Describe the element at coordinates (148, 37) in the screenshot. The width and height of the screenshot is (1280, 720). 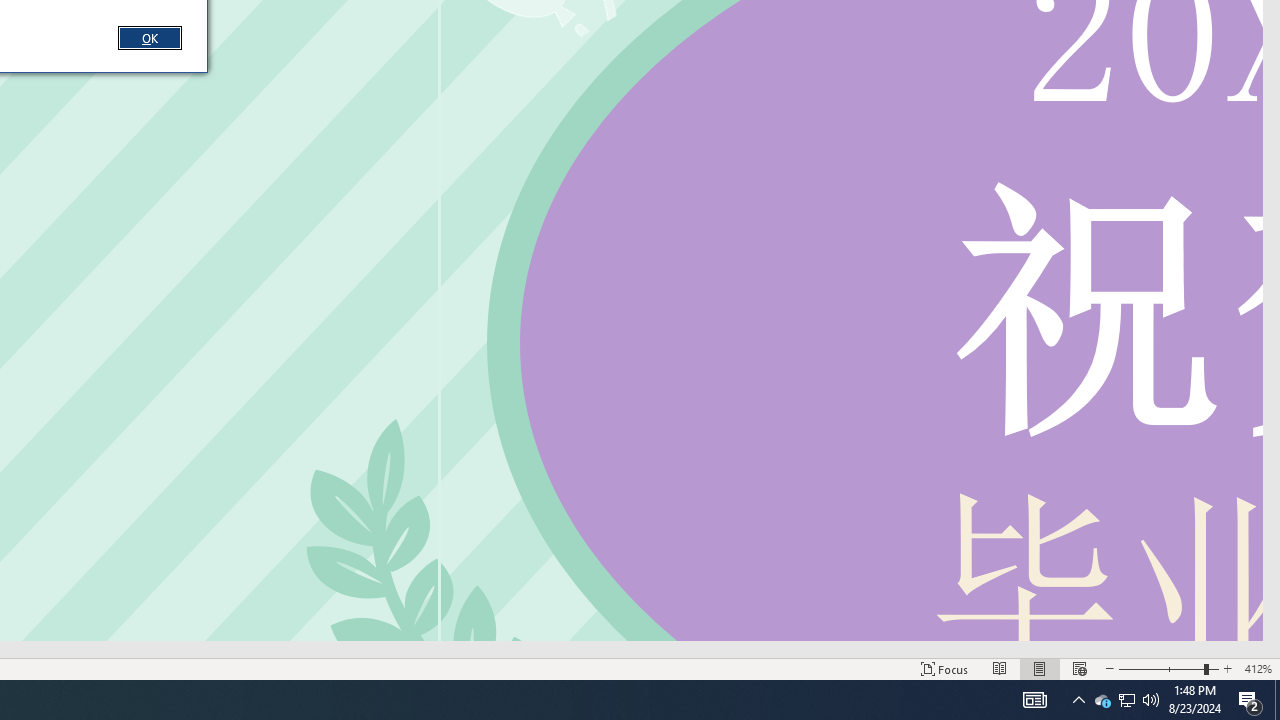
I see `'OK'` at that location.